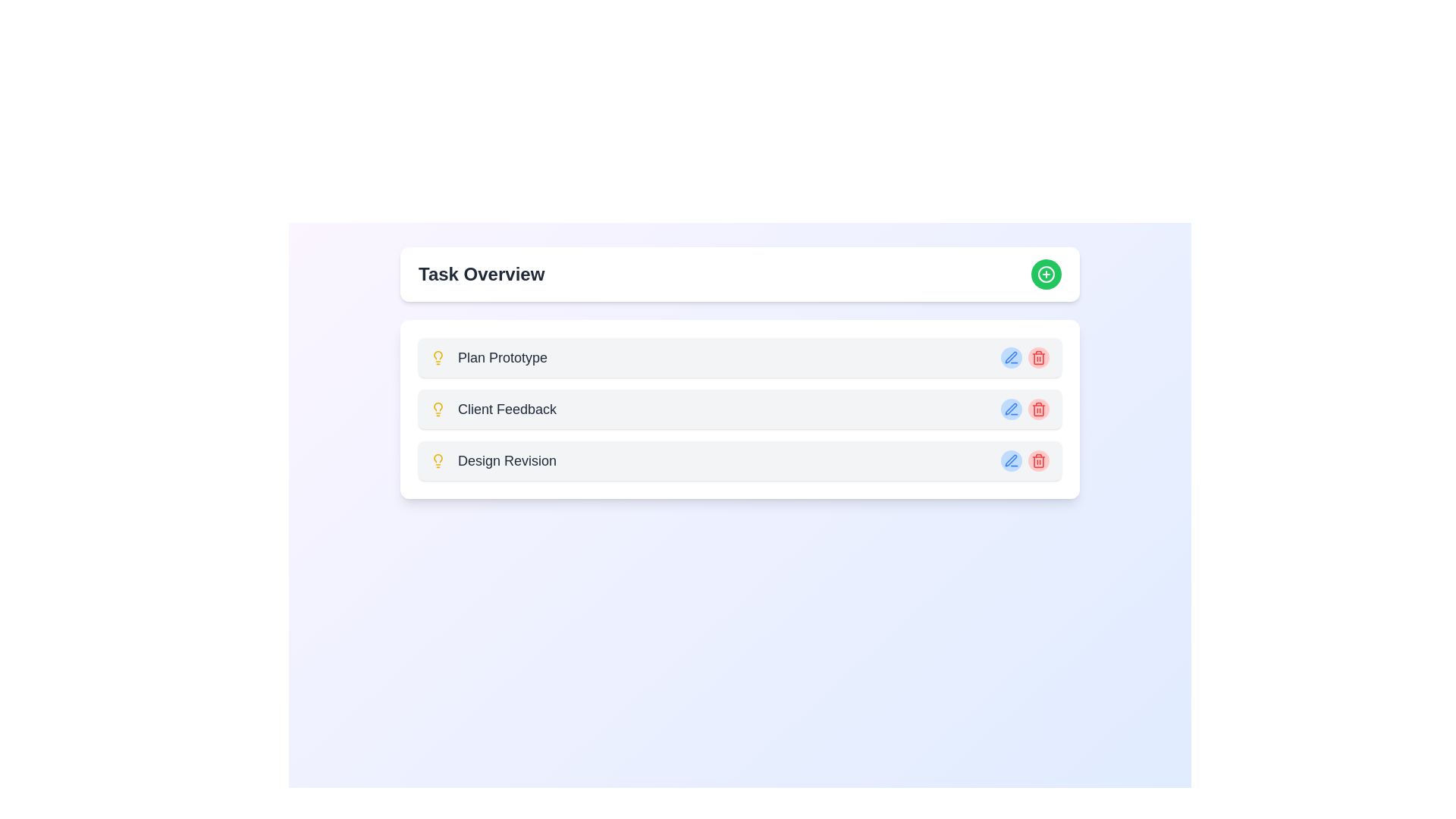 Image resolution: width=1456 pixels, height=819 pixels. Describe the element at coordinates (1037, 359) in the screenshot. I see `the red trash can icon representing the delete function located at the end of the second task row labeled 'Client Feedback'` at that location.